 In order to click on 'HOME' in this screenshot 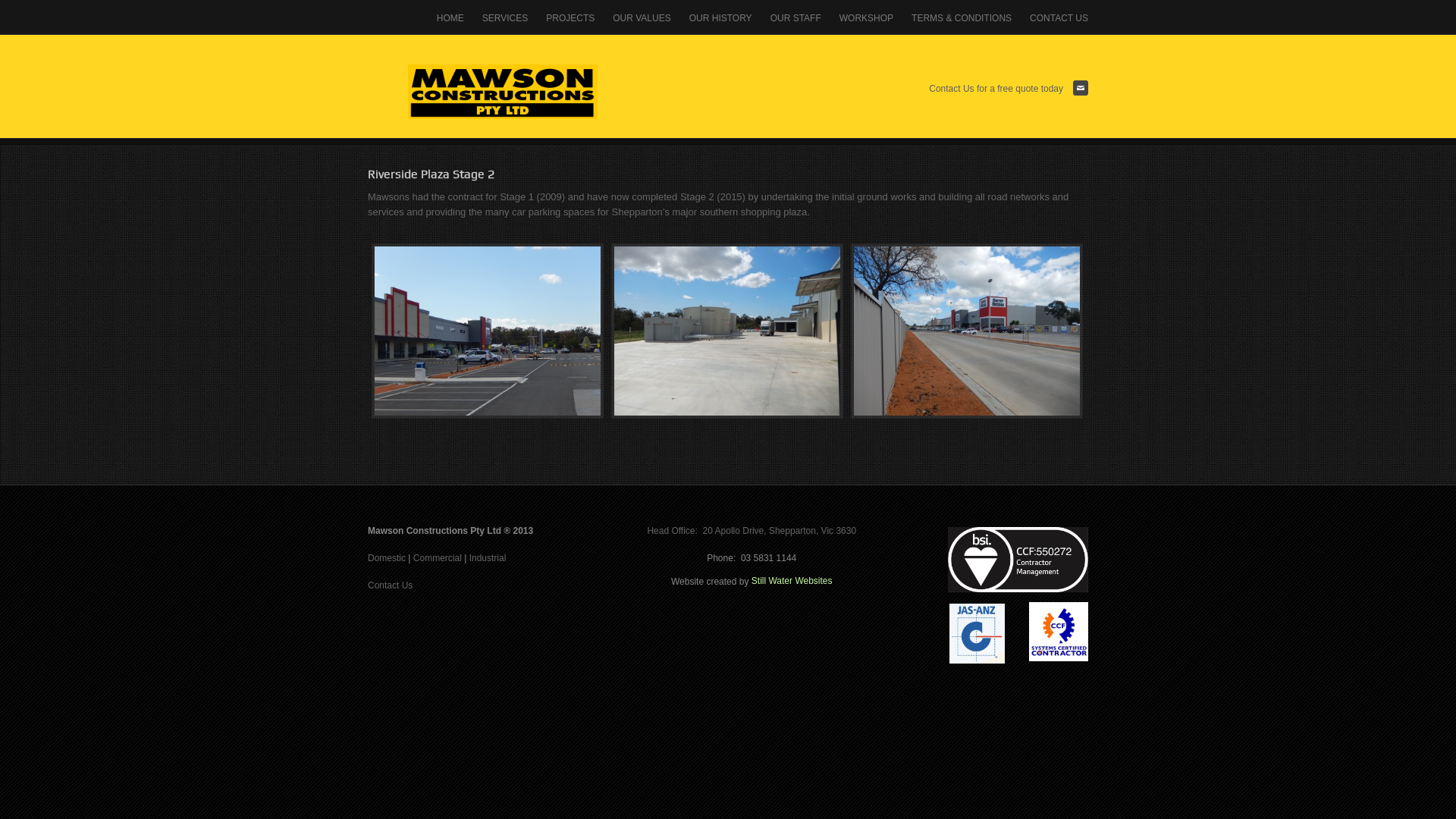, I will do `click(450, 17)`.